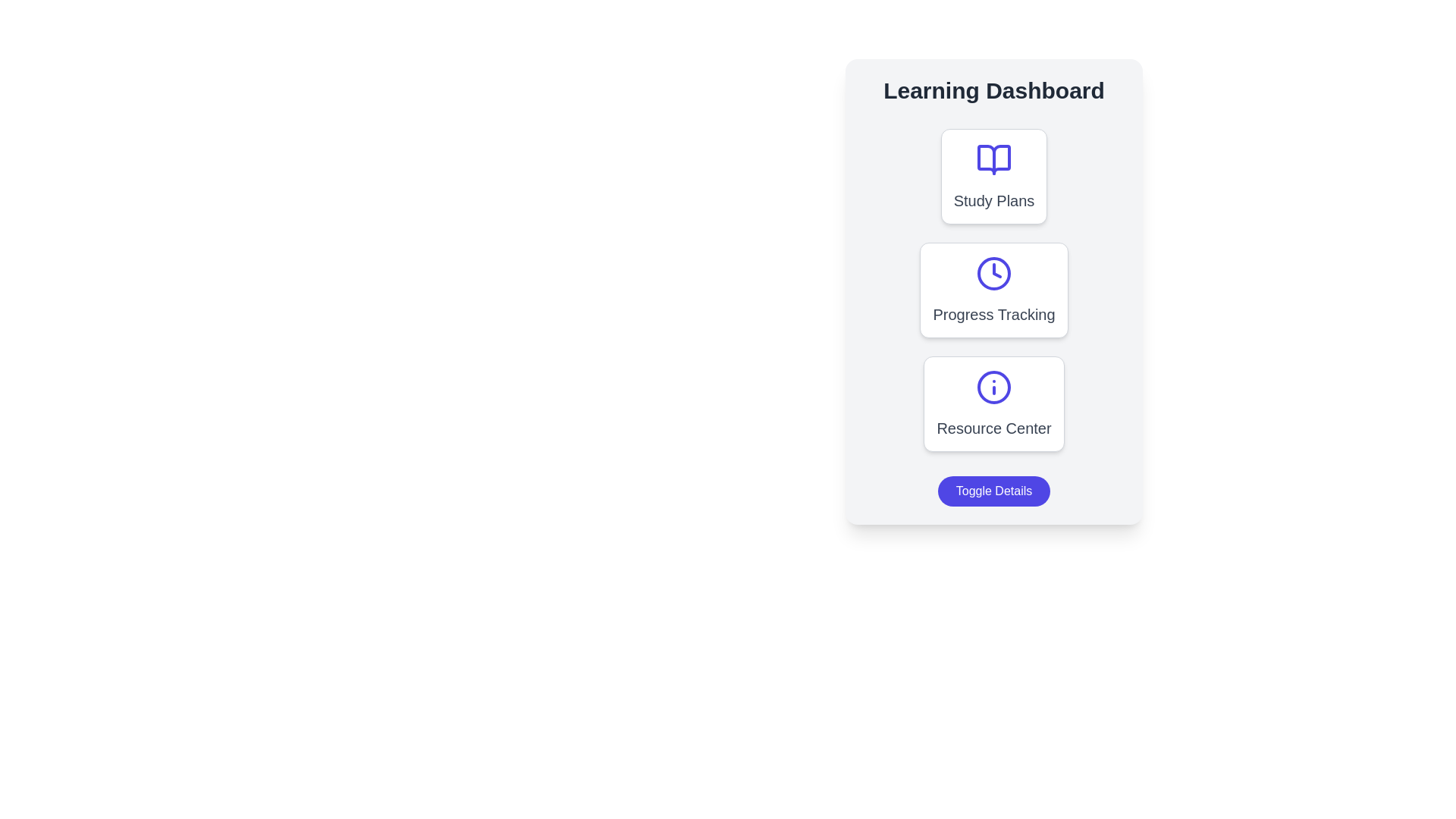 This screenshot has height=819, width=1456. I want to click on the 'Progress Tracking' button, which is a rectangular card with a white background, rounded corners, and a blue clock icon at the top center, so click(993, 290).